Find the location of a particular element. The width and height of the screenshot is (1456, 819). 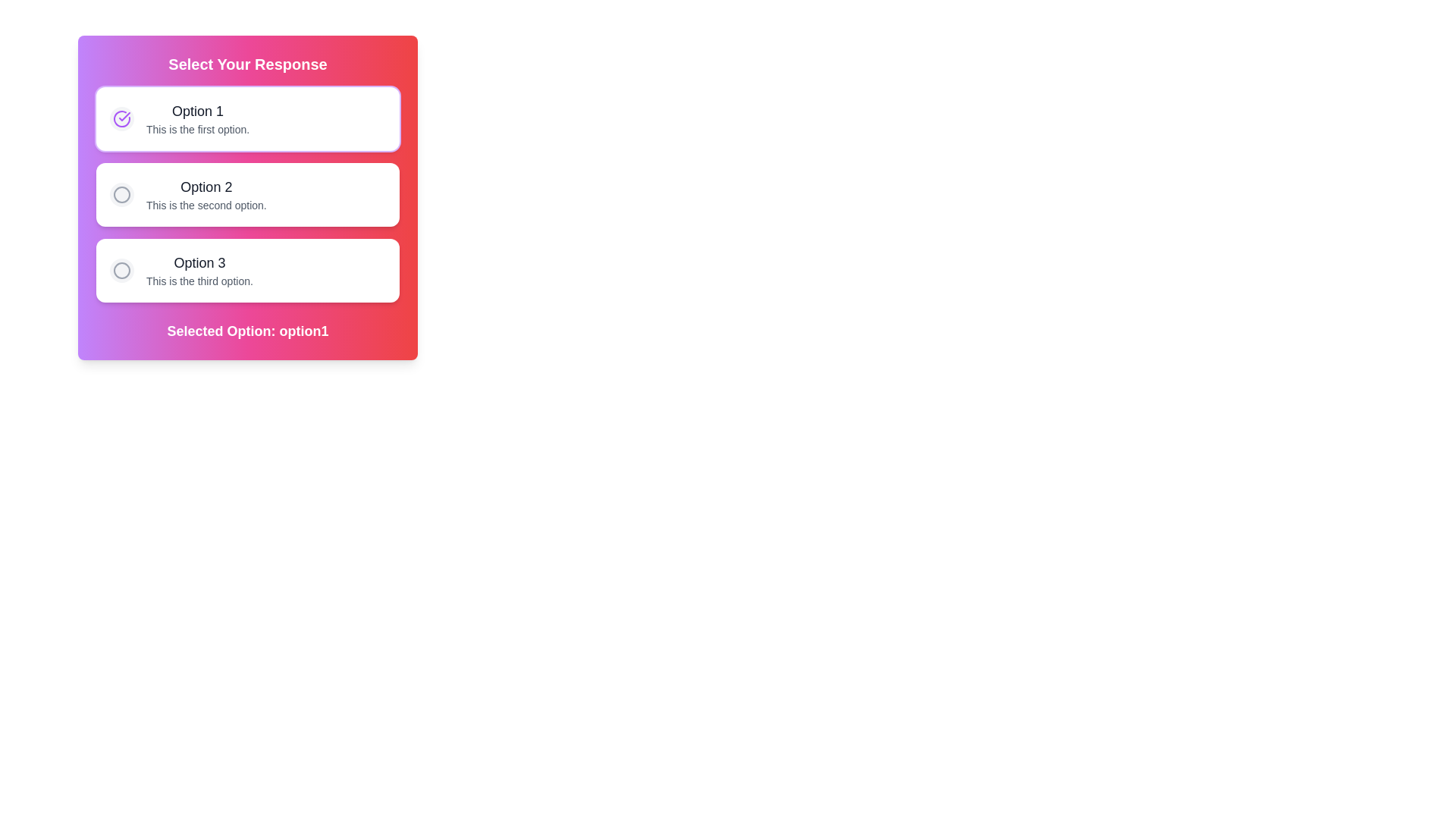

the gray circular radial indicator located to the left of 'Option 2' in the vertical list of choices is located at coordinates (122, 194).